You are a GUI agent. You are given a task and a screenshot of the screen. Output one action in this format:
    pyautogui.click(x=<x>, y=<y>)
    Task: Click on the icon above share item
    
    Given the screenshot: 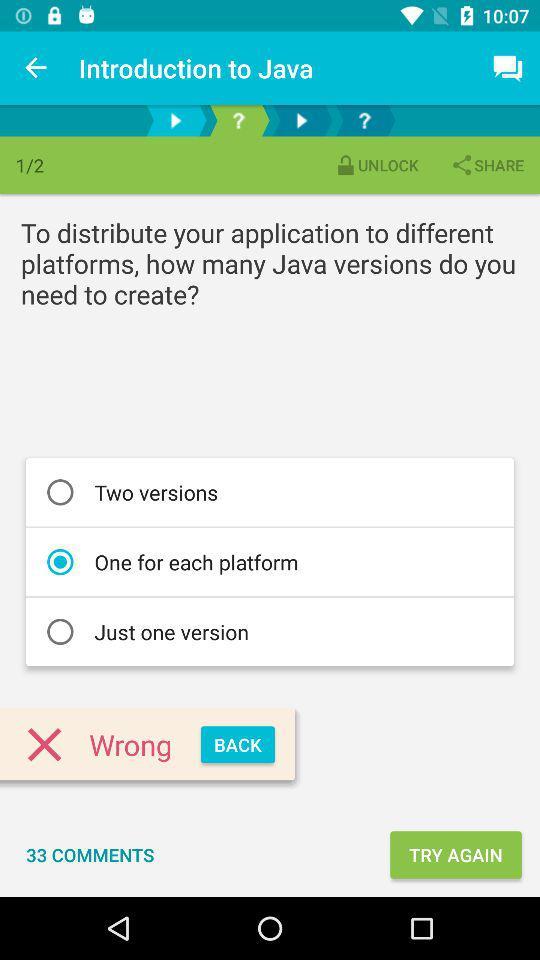 What is the action you would take?
    pyautogui.click(x=508, y=68)
    